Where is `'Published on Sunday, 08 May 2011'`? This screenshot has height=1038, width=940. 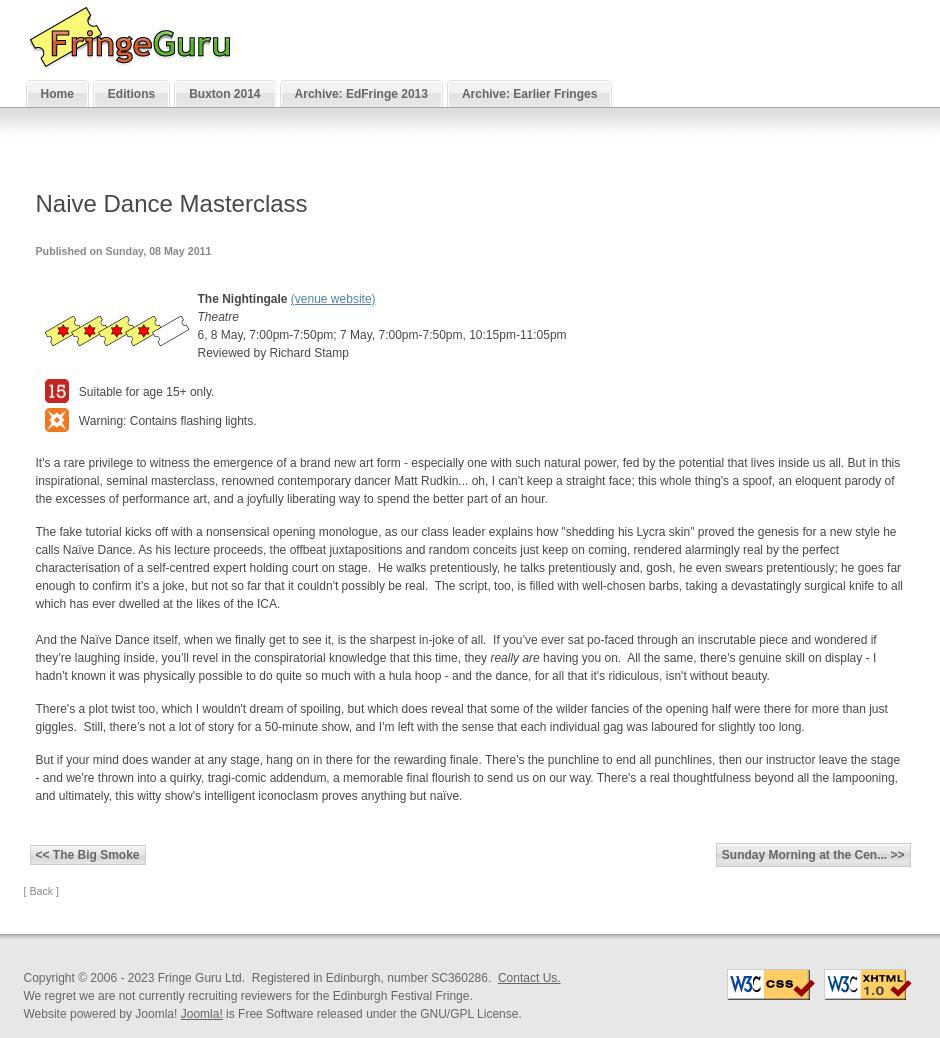 'Published on Sunday, 08 May 2011' is located at coordinates (34, 249).